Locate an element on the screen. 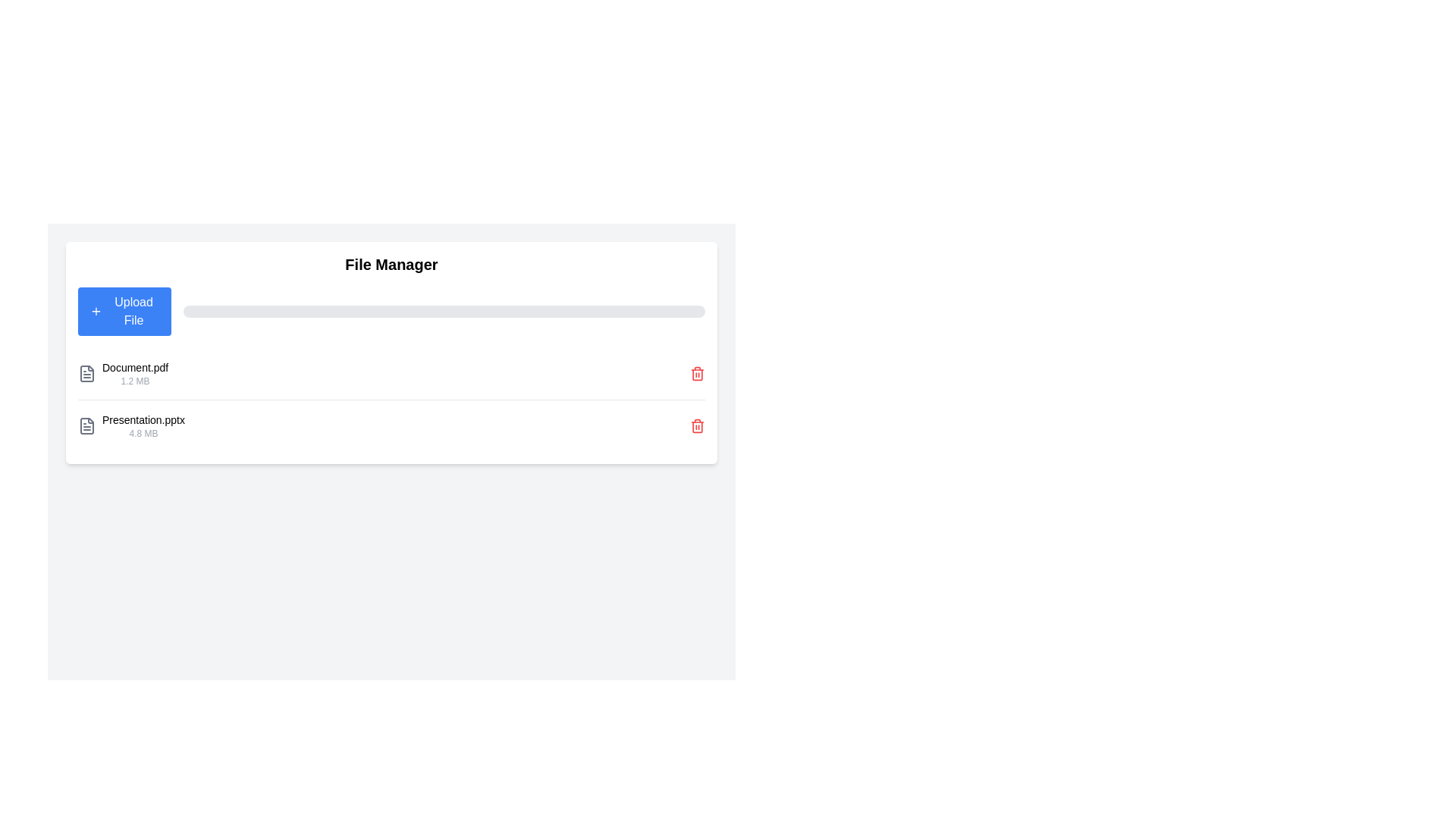 This screenshot has width=1456, height=819. the first entry in the file manager list displaying the file 'Document.pdf' and its size '1.2 MB' for further details is located at coordinates (391, 374).